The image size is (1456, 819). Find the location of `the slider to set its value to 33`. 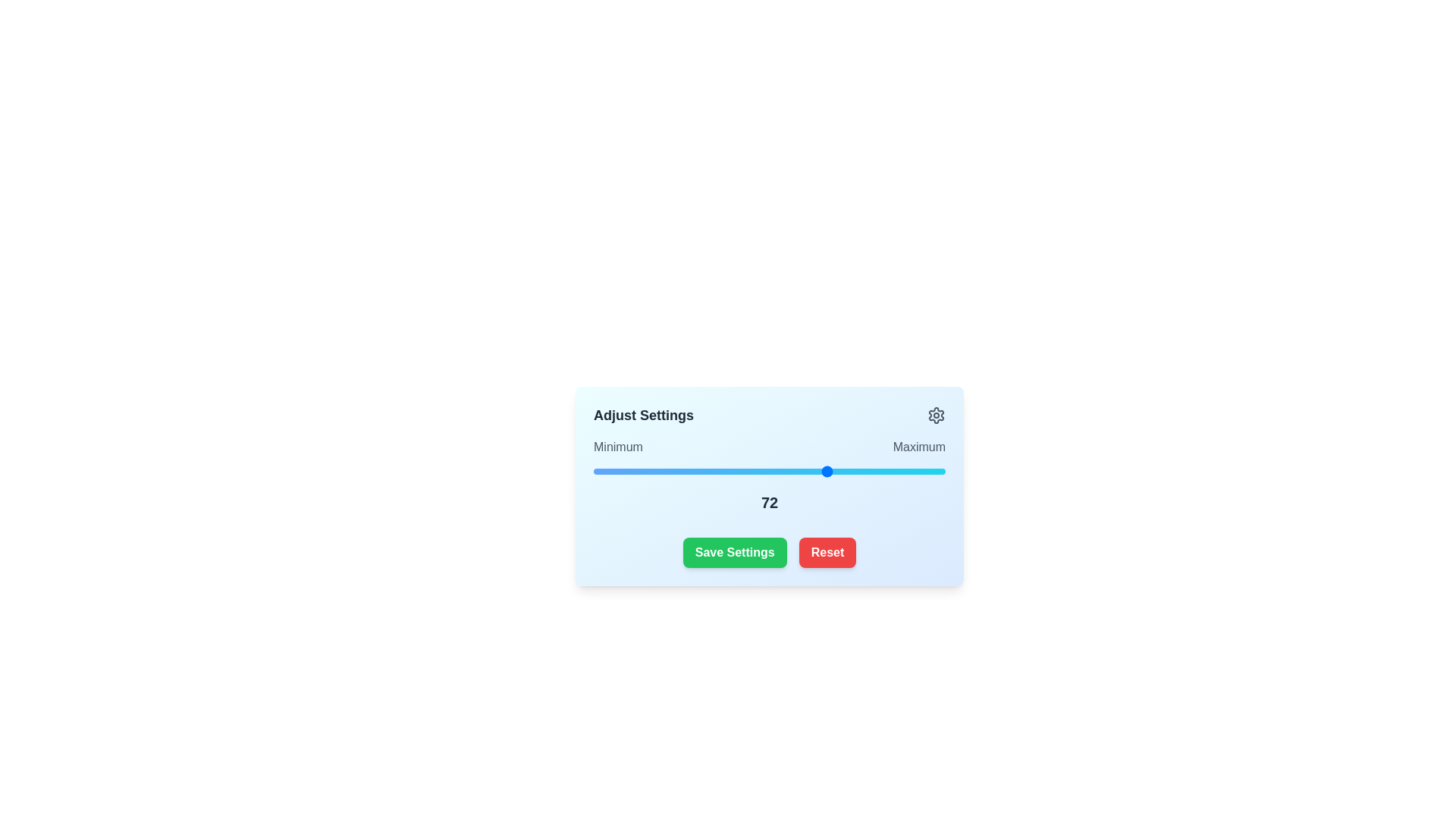

the slider to set its value to 33 is located at coordinates (667, 470).